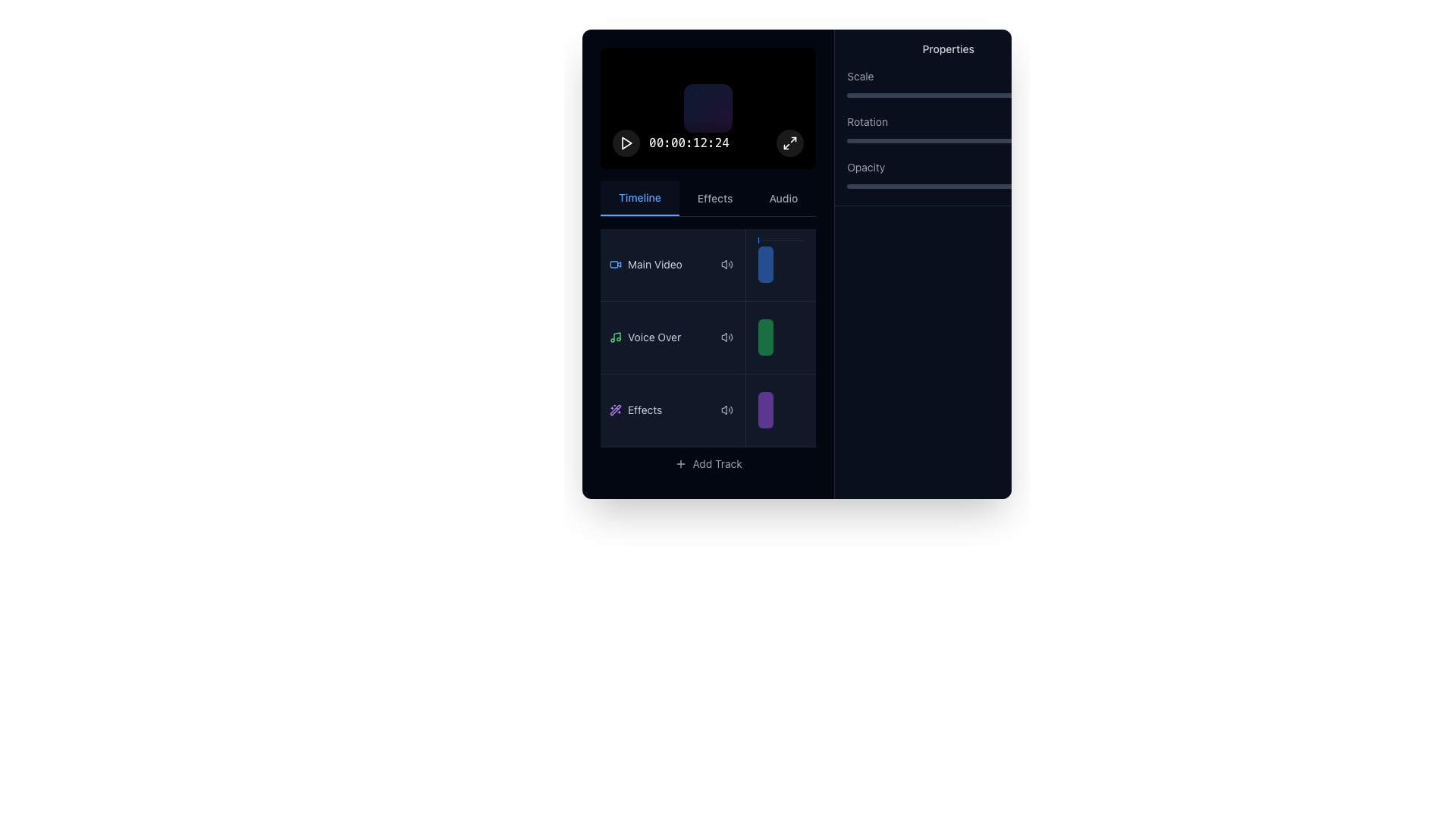  Describe the element at coordinates (714, 197) in the screenshot. I see `the Effects tab` at that location.